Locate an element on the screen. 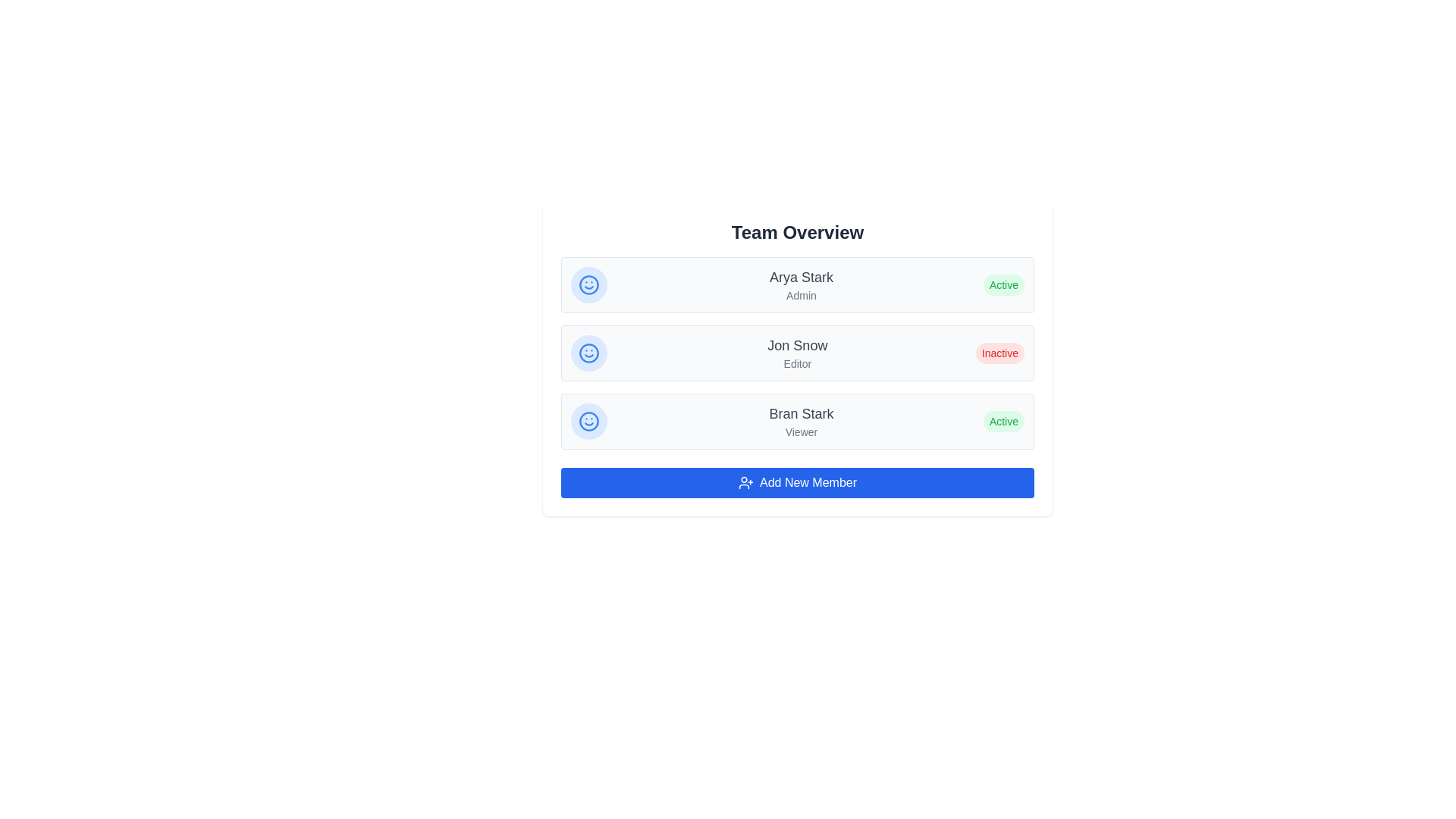  the Avatar icon representing the team member 'Bran Stark' located in the third row of the 'Team Overview' section, to the left of the text 'Bran Stark' and 'Viewer' is located at coordinates (588, 421).